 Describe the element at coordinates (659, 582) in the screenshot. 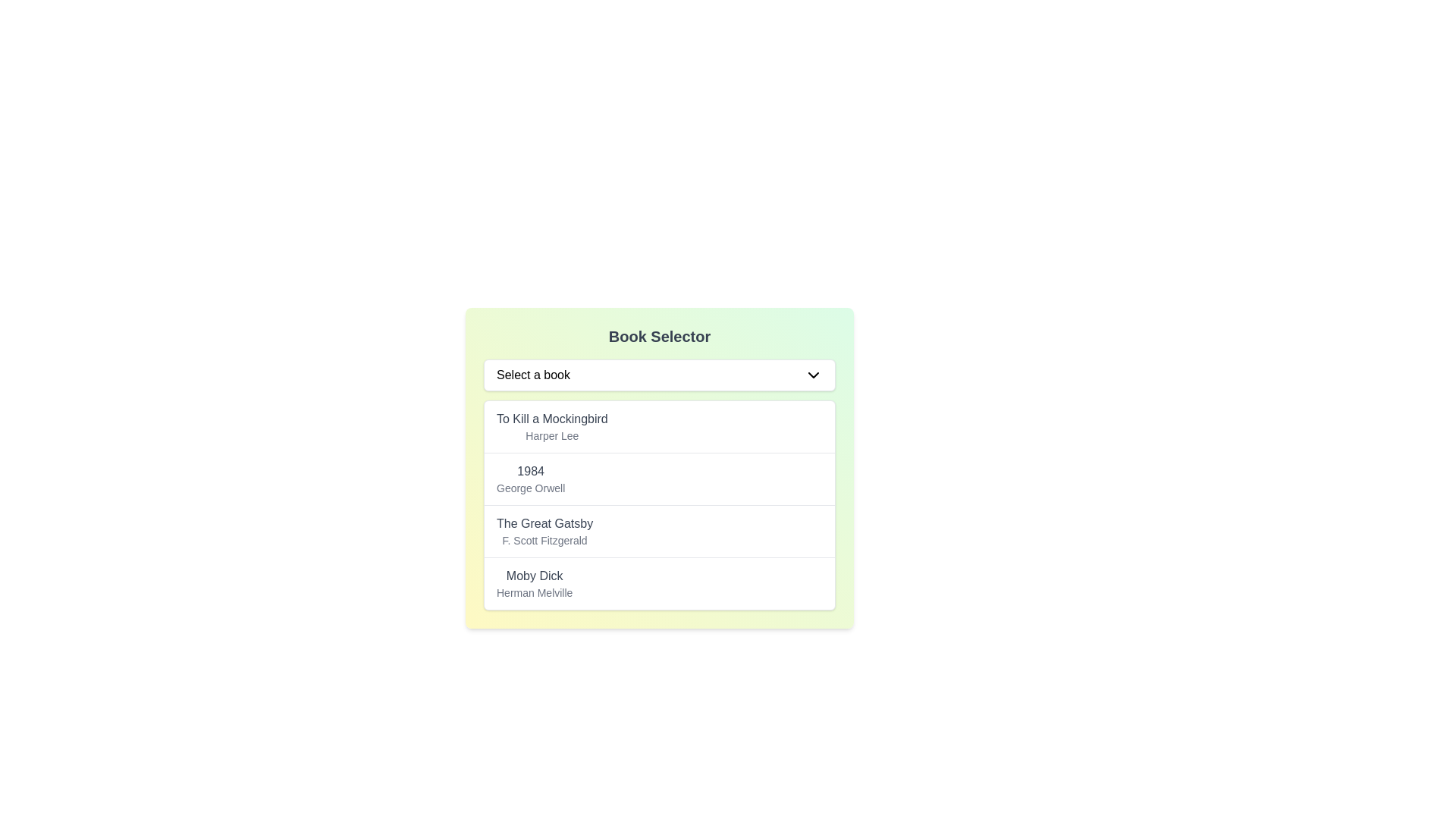

I see `to select the book titled 'Moby Dick' by Herman Melville, which is the last item in the dropdown menu under 'Book Selector'` at that location.